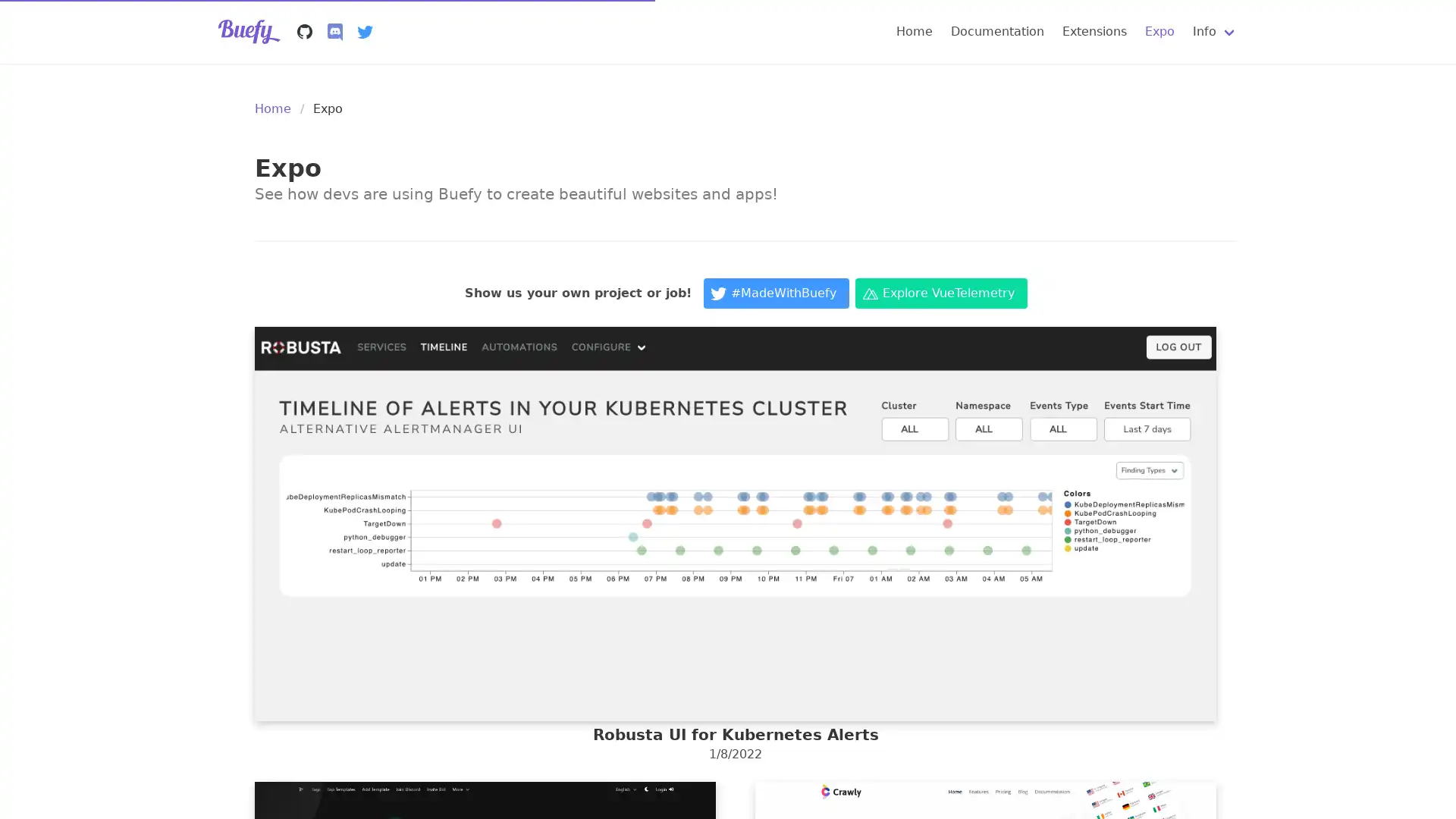  Describe the element at coordinates (776, 293) in the screenshot. I see `#MadeWithBuefy` at that location.